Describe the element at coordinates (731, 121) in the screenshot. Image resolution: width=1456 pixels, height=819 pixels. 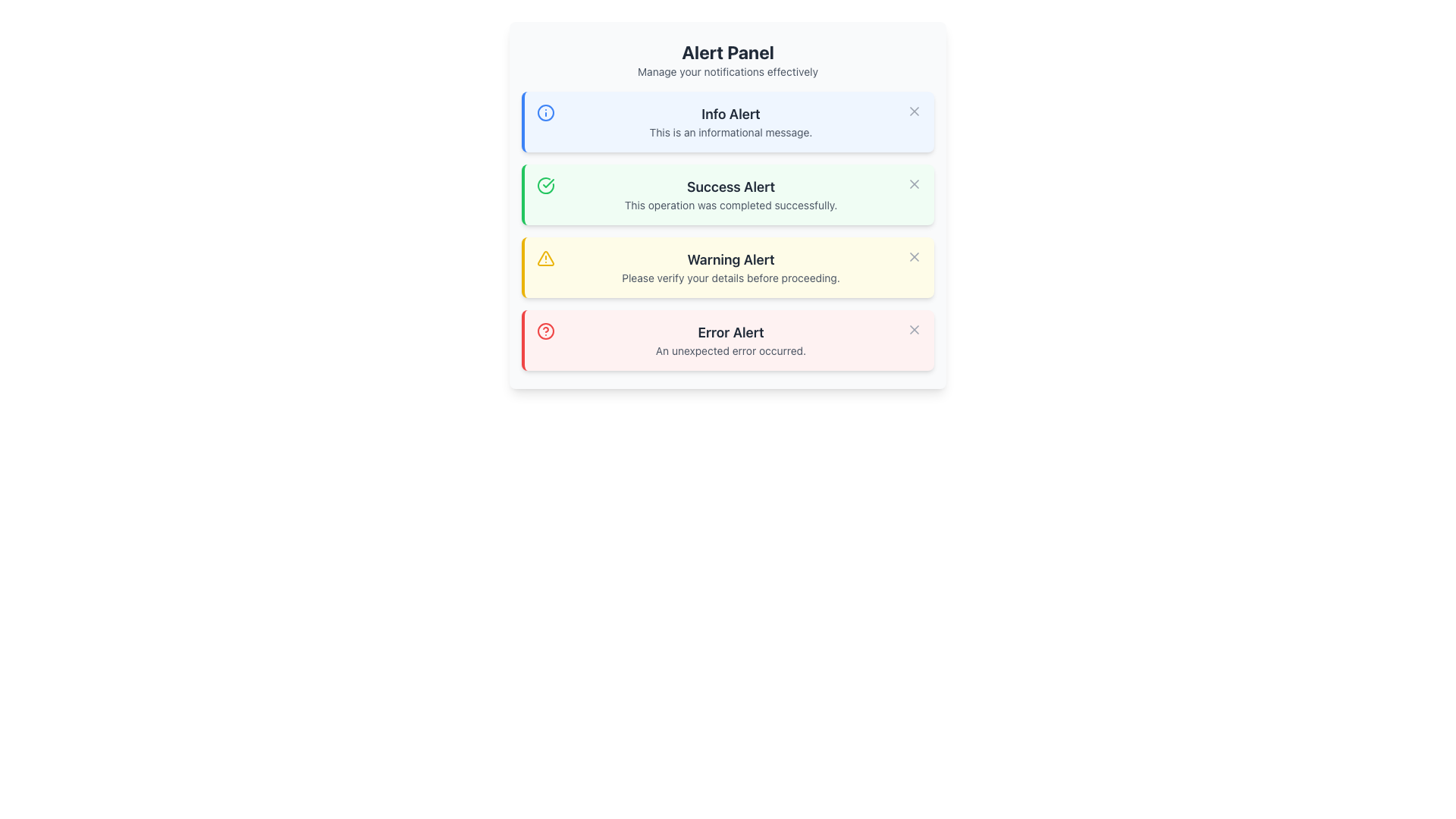
I see `the 'Info Alert' box that displays the message 'This is an informational message.'` at that location.